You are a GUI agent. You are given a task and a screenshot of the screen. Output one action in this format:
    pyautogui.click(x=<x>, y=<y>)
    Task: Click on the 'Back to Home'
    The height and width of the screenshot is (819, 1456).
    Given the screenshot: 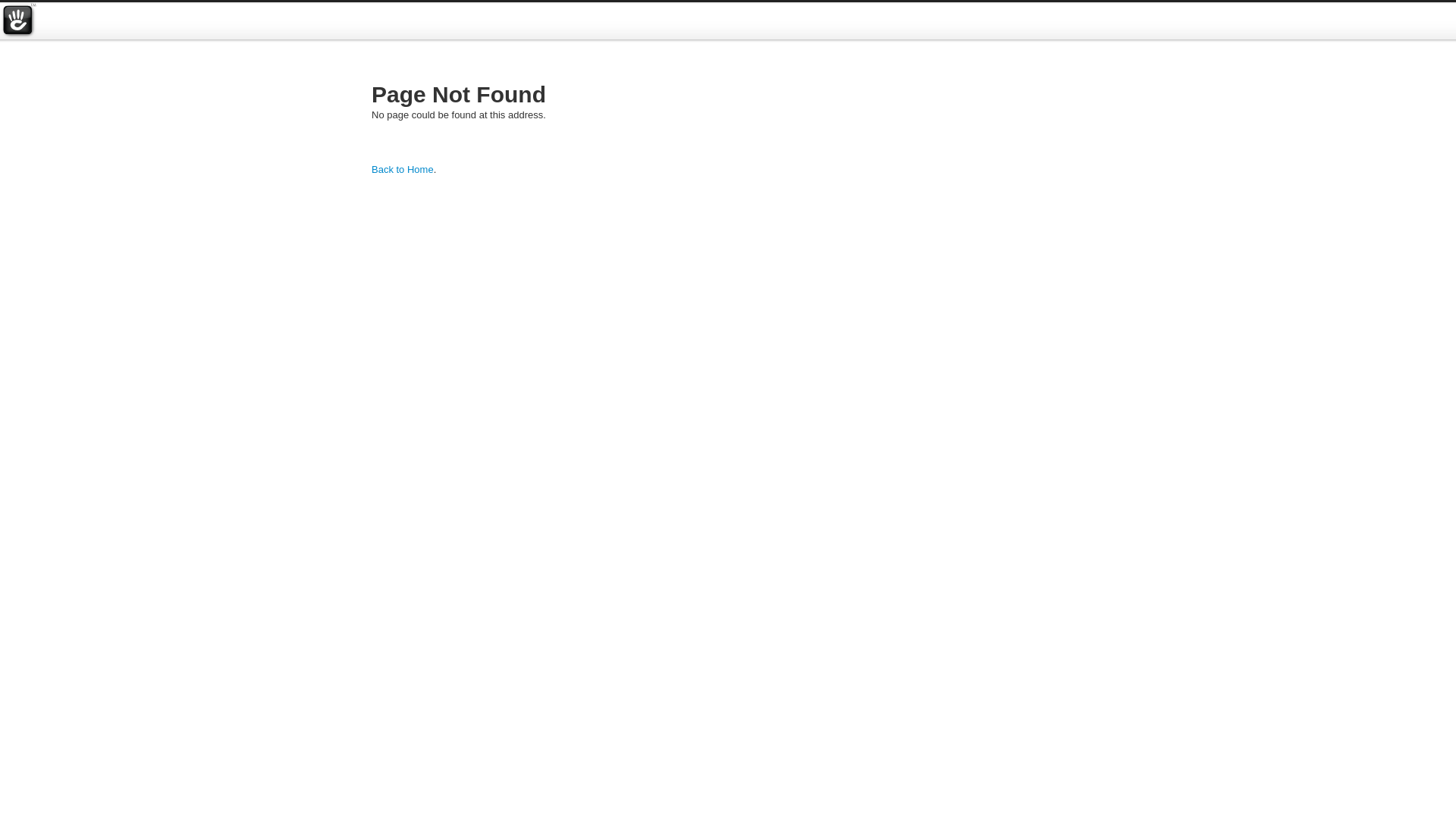 What is the action you would take?
    pyautogui.click(x=371, y=169)
    